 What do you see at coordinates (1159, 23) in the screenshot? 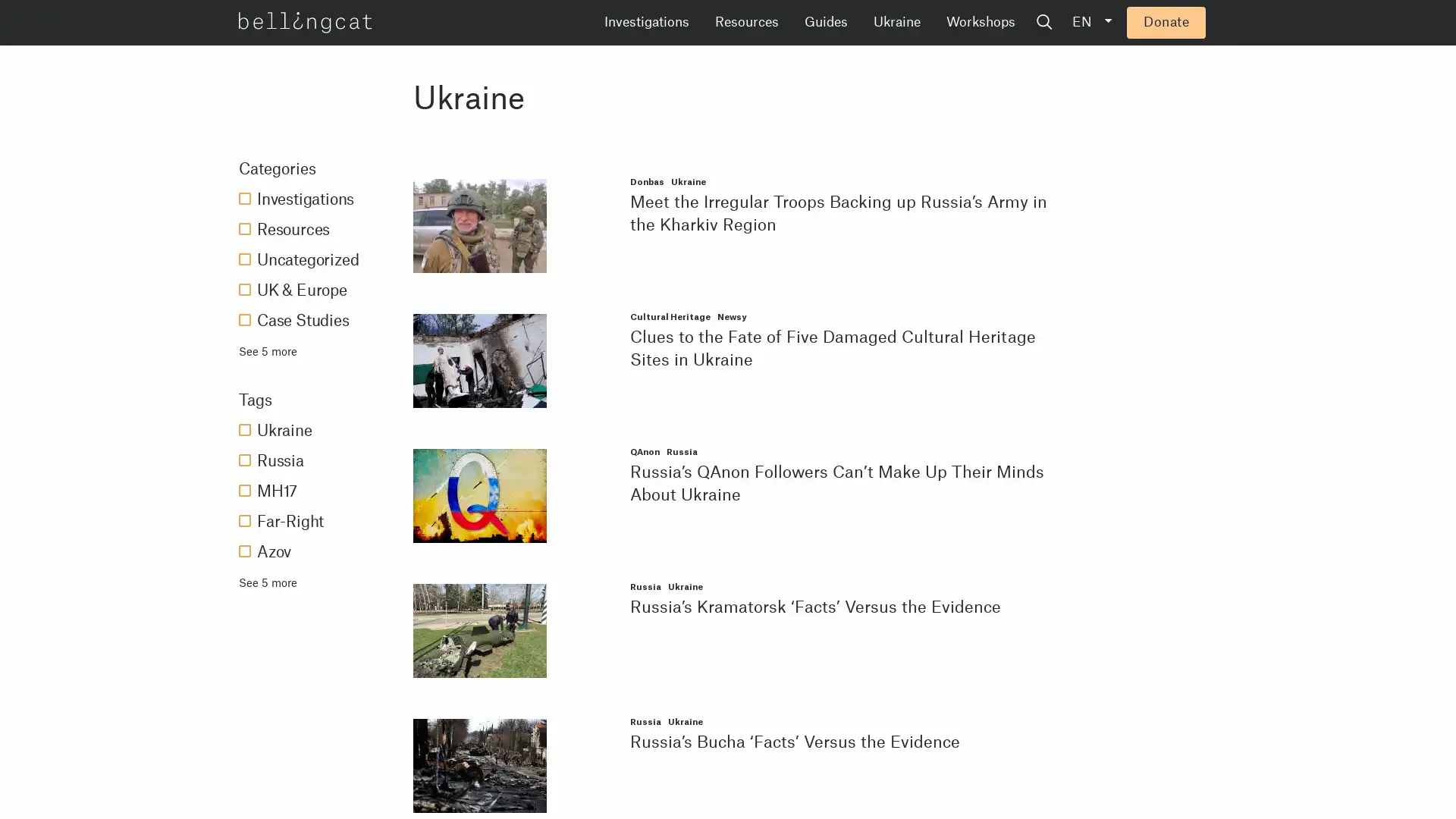
I see `Search` at bounding box center [1159, 23].